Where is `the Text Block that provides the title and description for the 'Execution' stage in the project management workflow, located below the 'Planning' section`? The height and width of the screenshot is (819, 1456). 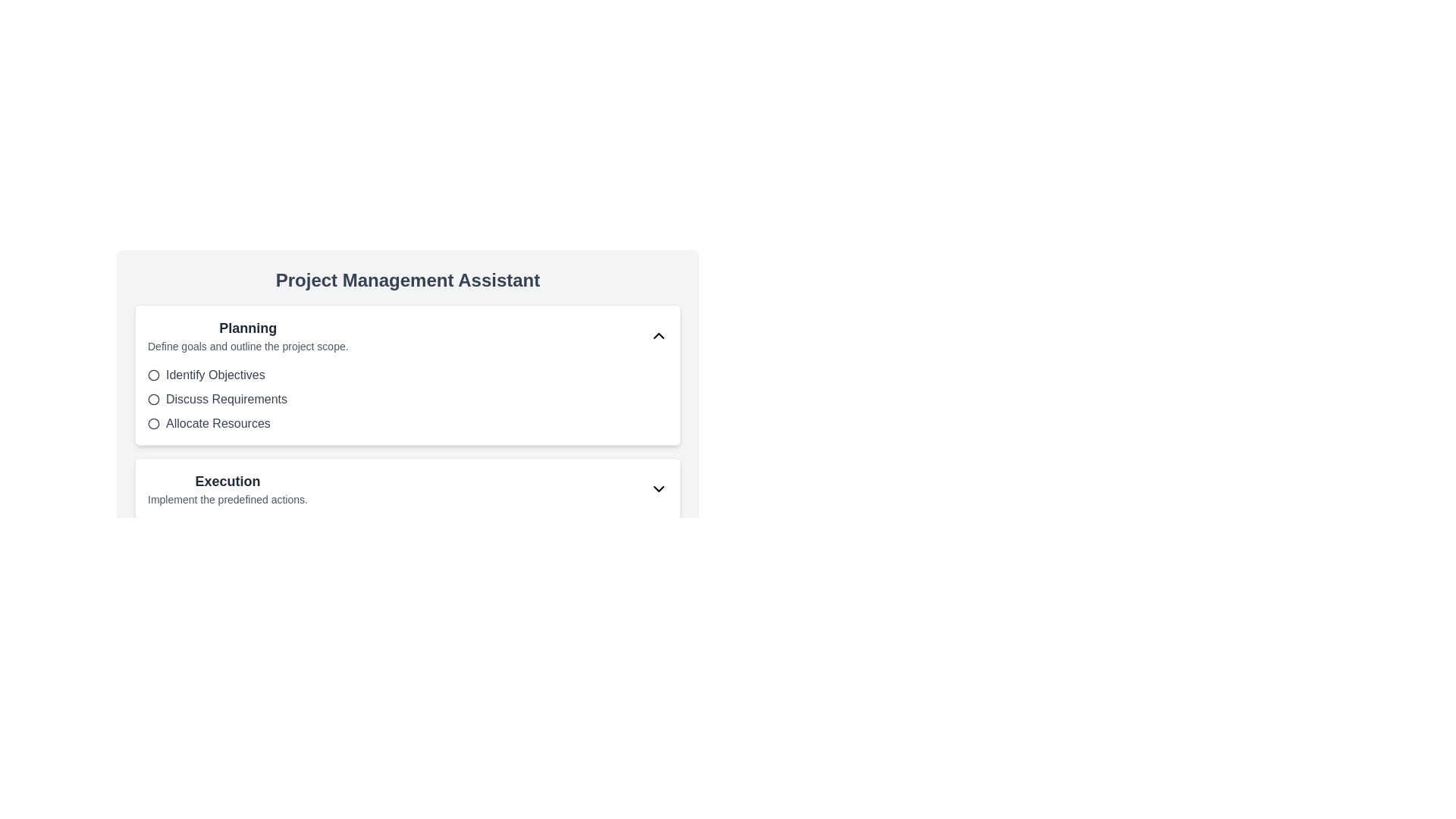
the Text Block that provides the title and description for the 'Execution' stage in the project management workflow, located below the 'Planning' section is located at coordinates (227, 488).